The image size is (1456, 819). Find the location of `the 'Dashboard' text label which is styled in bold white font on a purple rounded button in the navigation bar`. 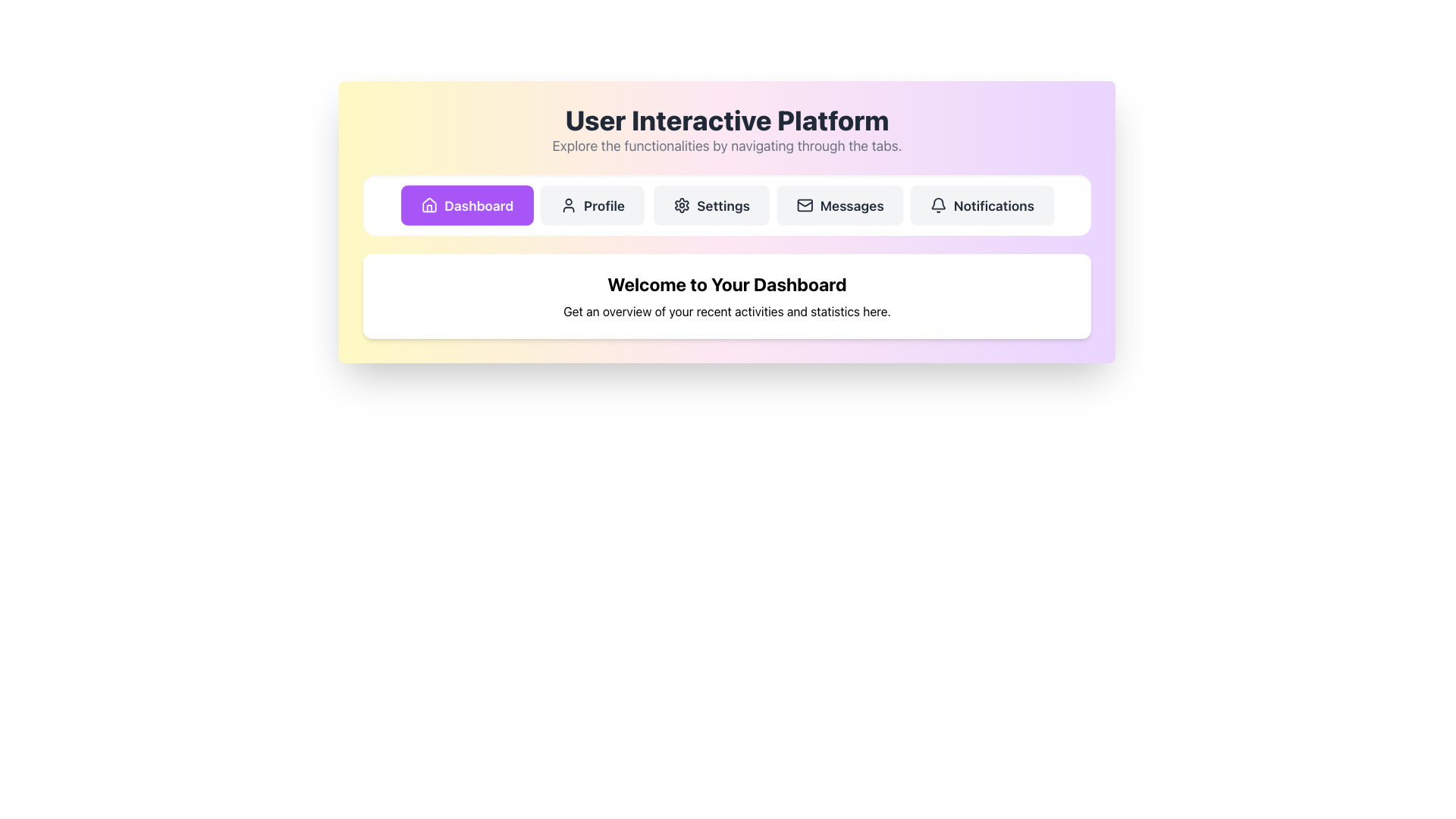

the 'Dashboard' text label which is styled in bold white font on a purple rounded button in the navigation bar is located at coordinates (478, 205).